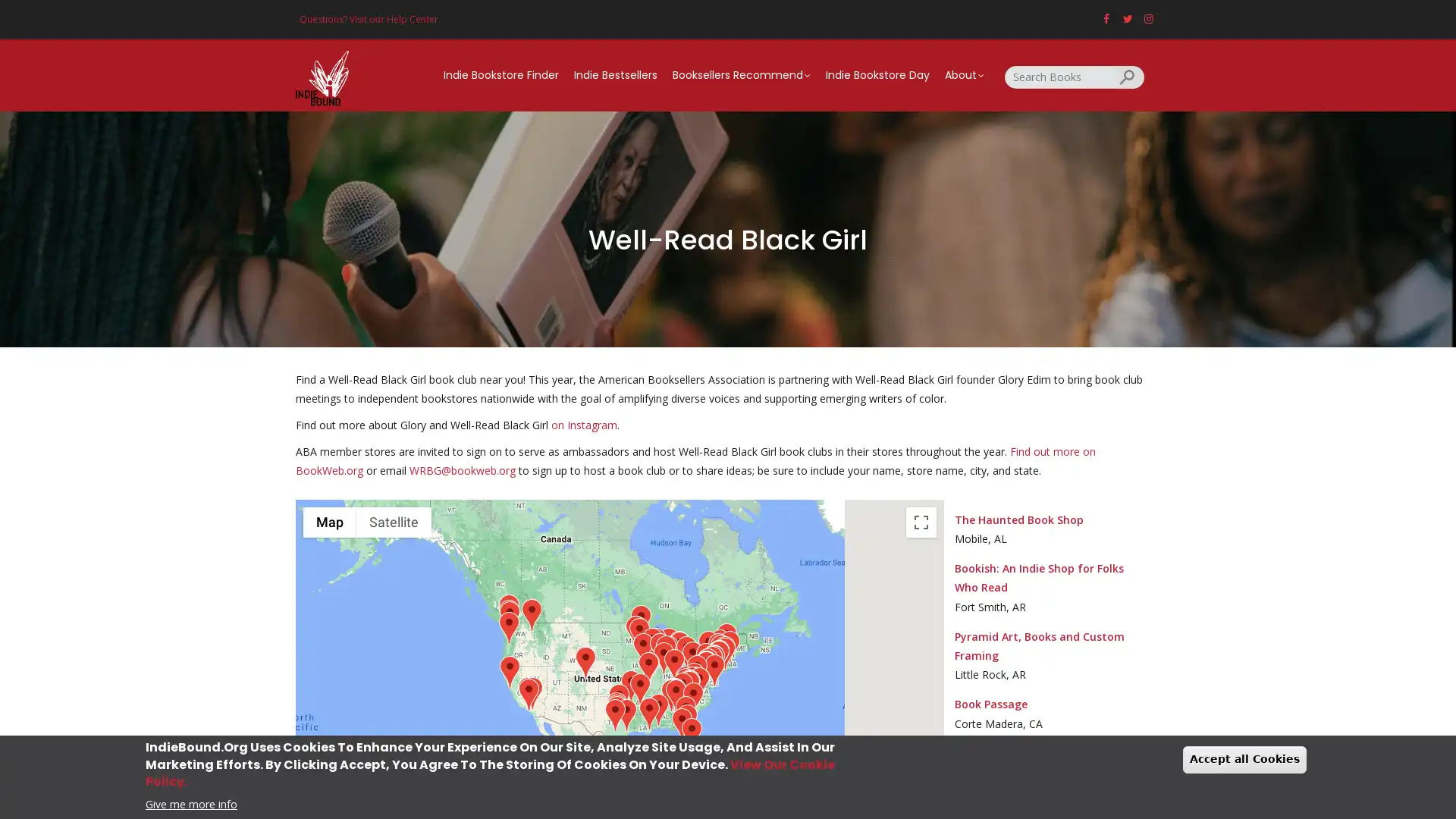  I want to click on Foggy Pine Books, so click(684, 680).